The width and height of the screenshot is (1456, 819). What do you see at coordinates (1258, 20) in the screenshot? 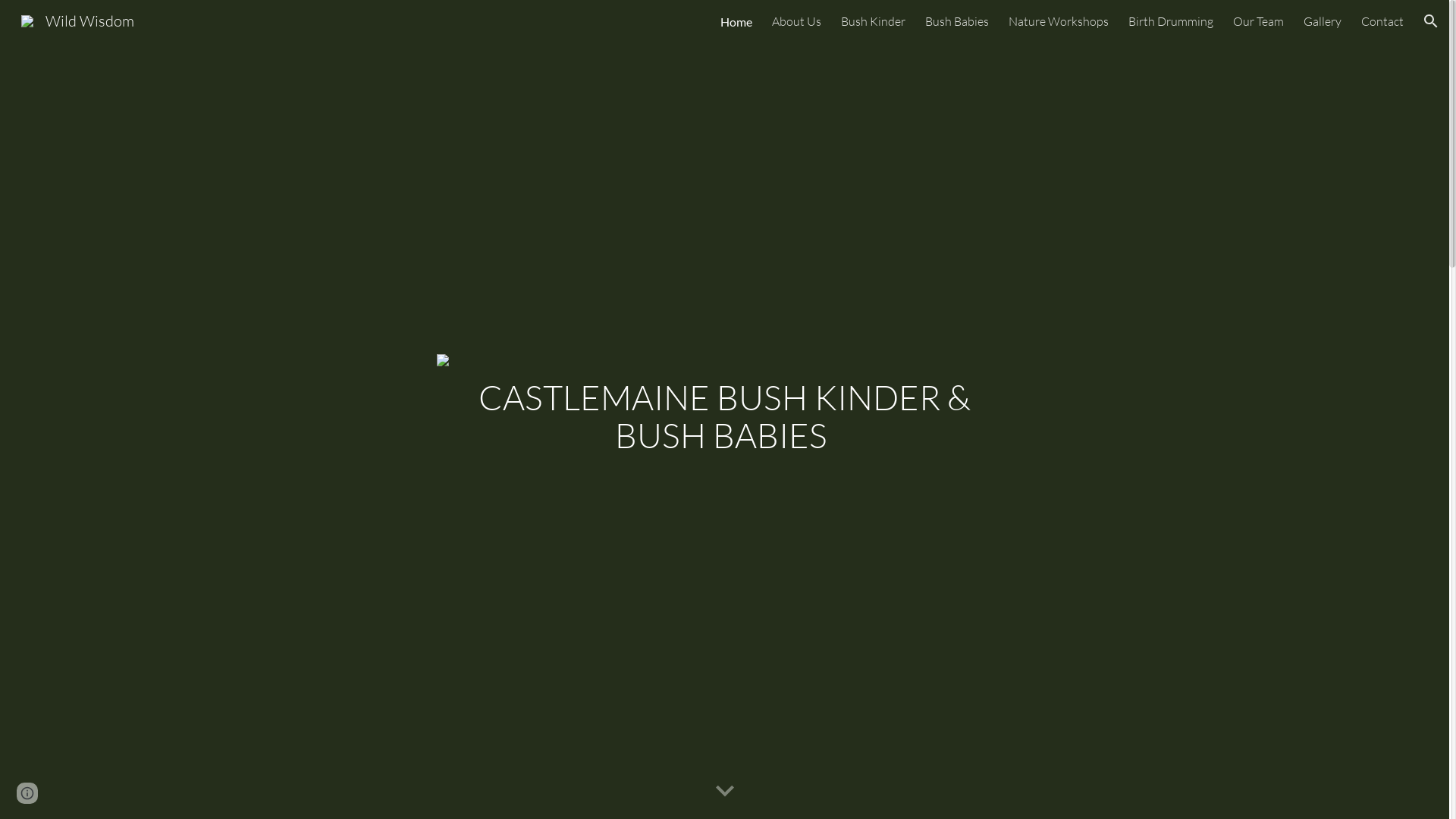
I see `'Our Team'` at bounding box center [1258, 20].